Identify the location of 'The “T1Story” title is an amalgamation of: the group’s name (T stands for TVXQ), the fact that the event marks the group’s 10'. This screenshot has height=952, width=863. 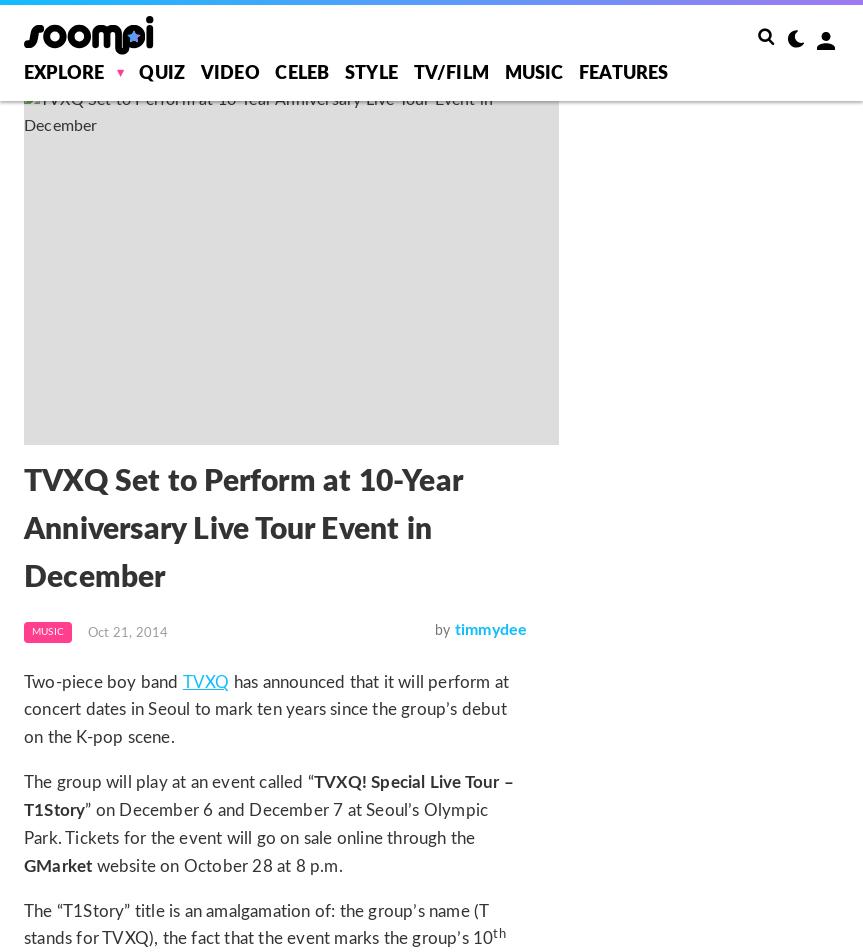
(23, 924).